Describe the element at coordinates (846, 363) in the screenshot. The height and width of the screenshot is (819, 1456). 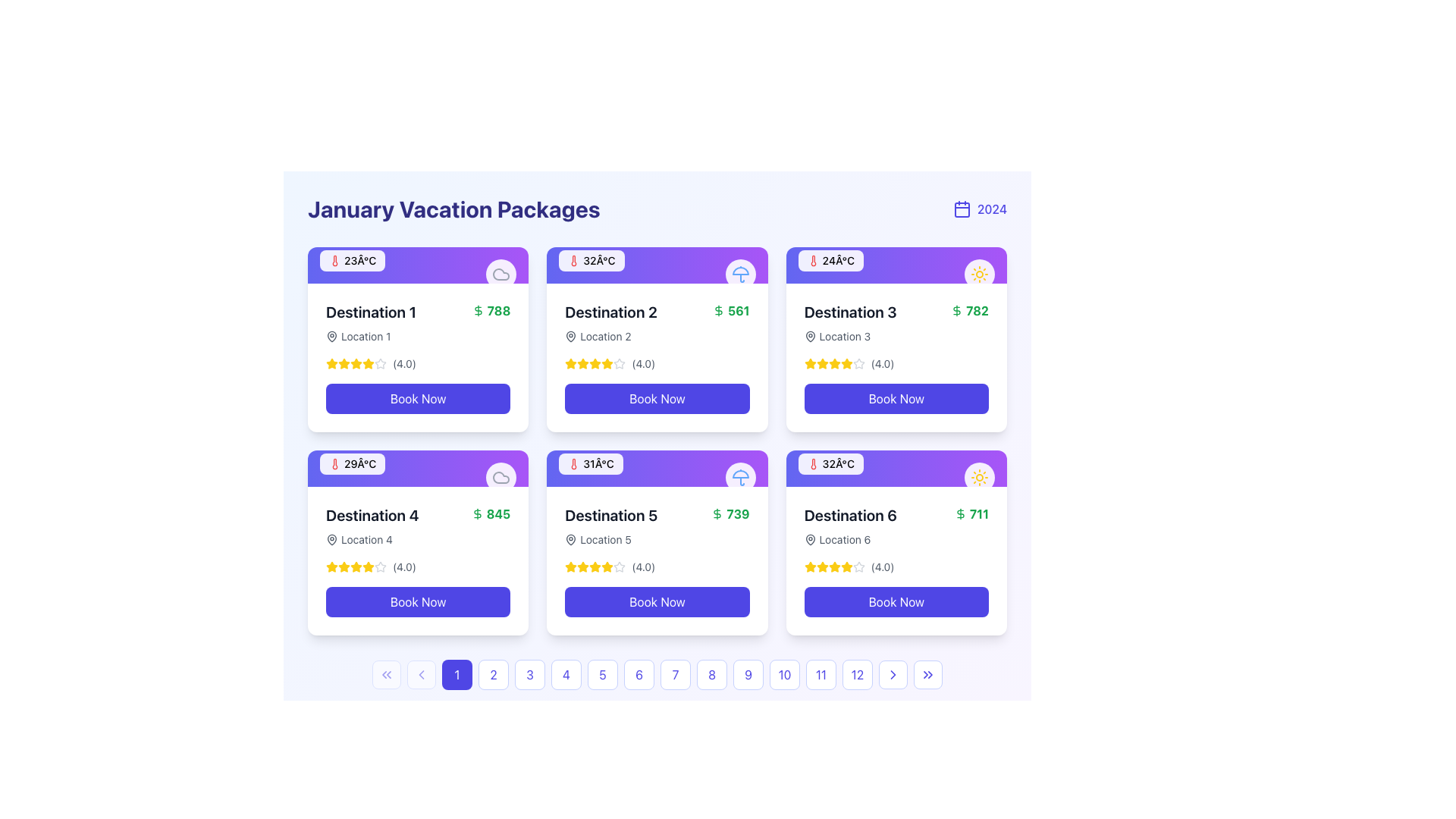
I see `the fifth yellow star icon in the rating system, located below the title 'Destination 3'` at that location.